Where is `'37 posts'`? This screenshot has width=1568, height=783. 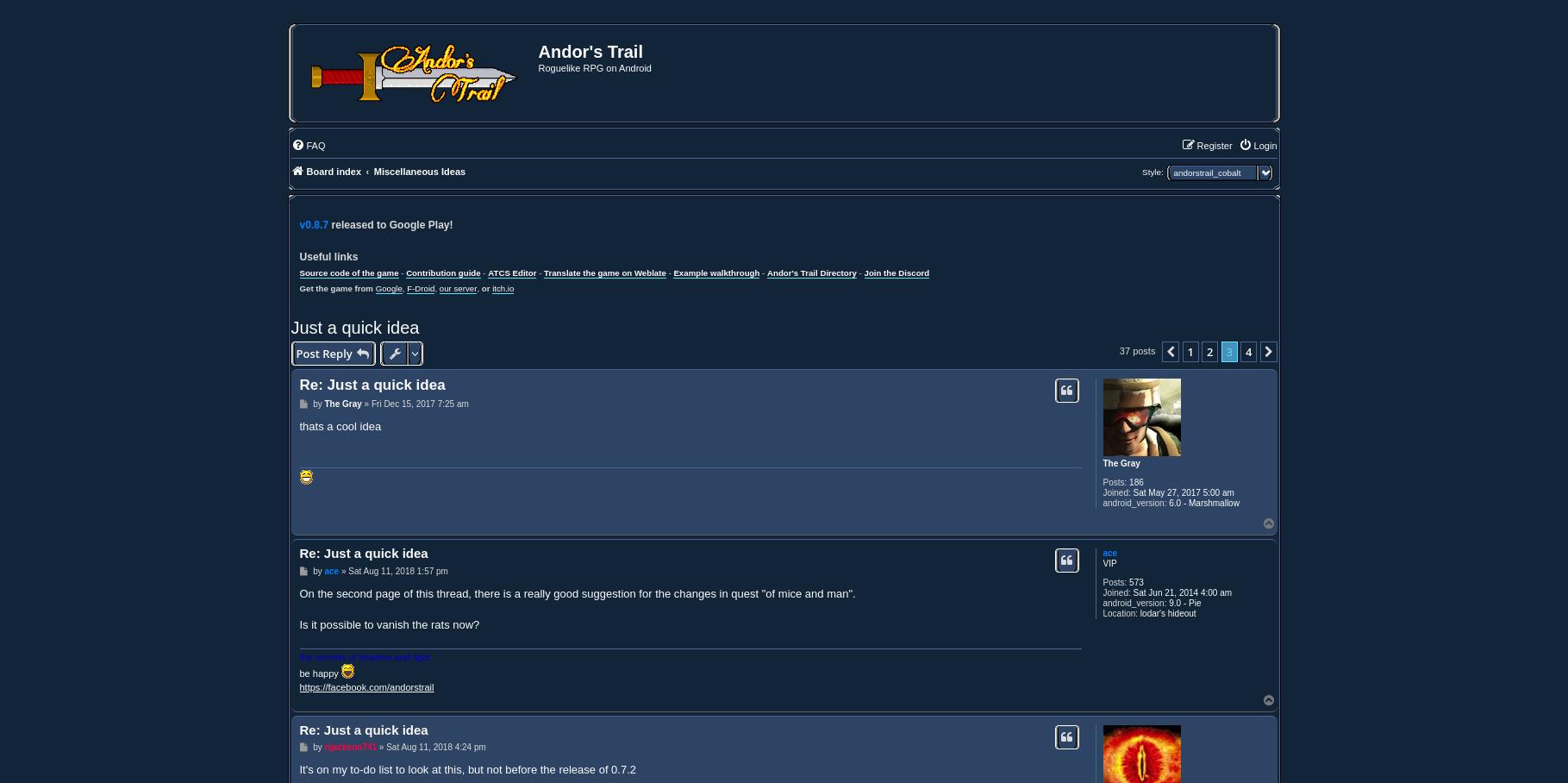
'37 posts' is located at coordinates (1137, 349).